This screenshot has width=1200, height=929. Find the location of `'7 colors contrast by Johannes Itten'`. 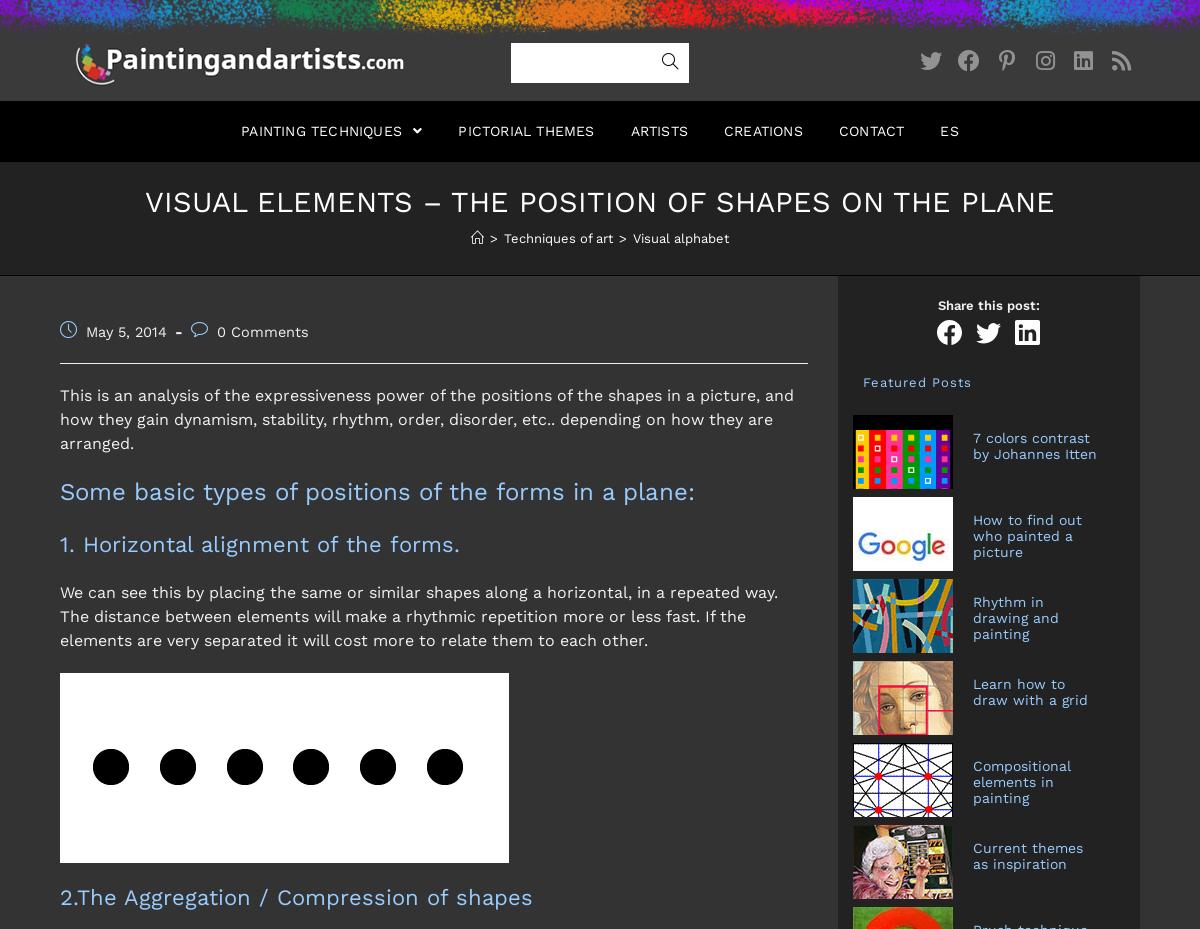

'7 colors contrast by Johannes Itten' is located at coordinates (972, 443).